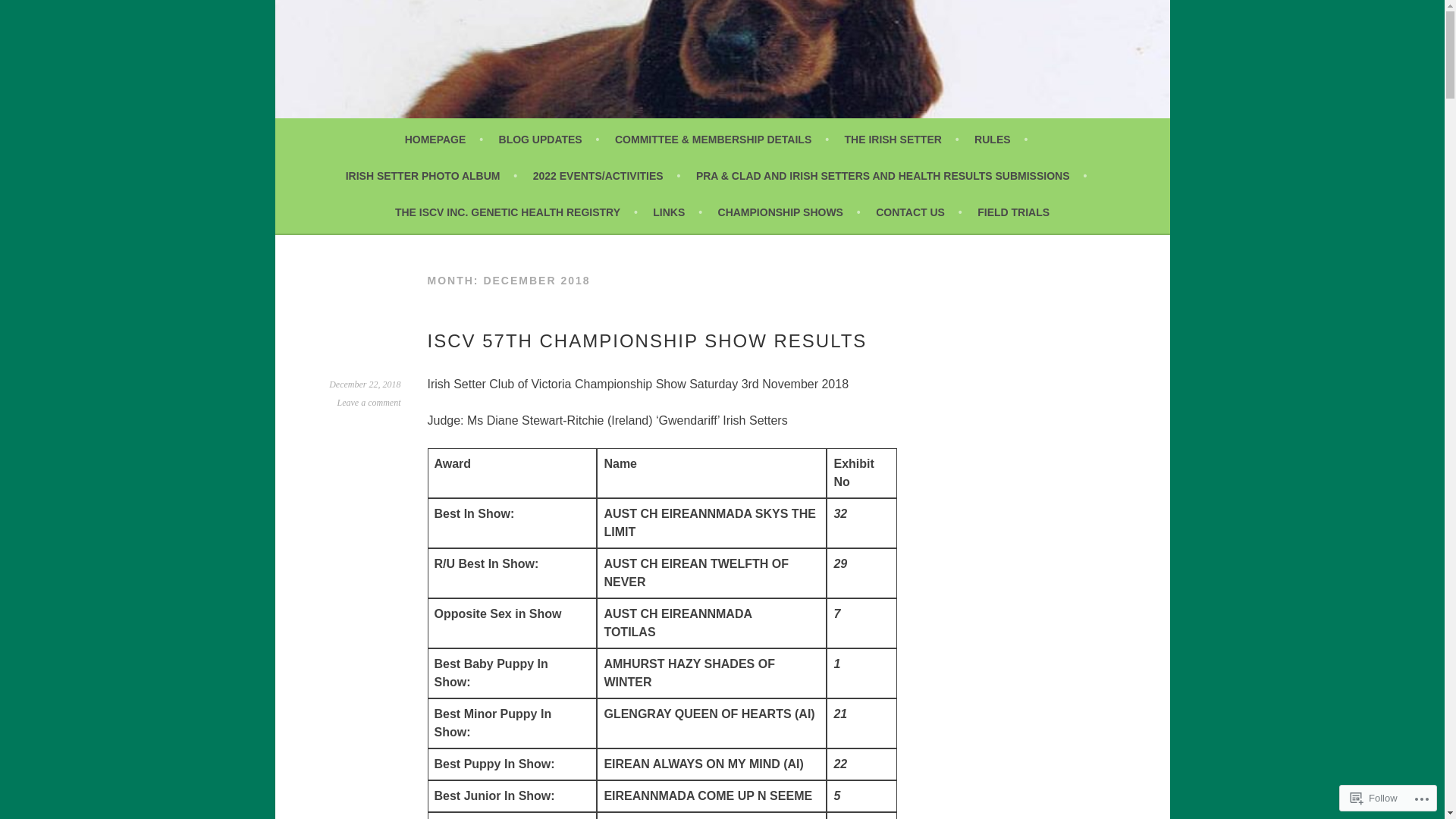 The width and height of the screenshot is (1456, 819). What do you see at coordinates (532, 174) in the screenshot?
I see `'2022 EVENTS/ACTIVITIES'` at bounding box center [532, 174].